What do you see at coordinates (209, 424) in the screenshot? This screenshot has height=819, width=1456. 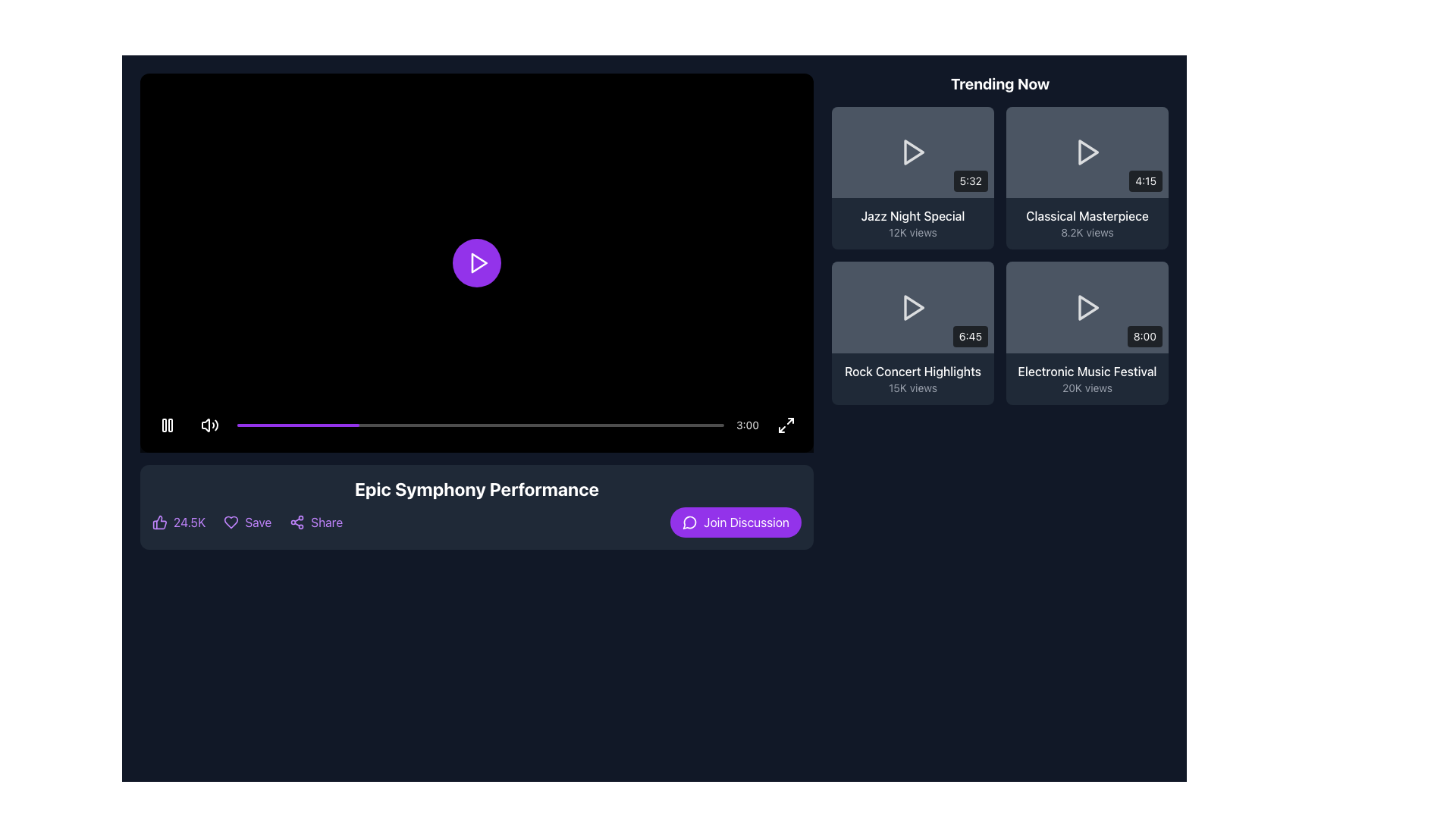 I see `the circular button with a speaker icon located at the bottom left corner of the video playback bar` at bounding box center [209, 424].